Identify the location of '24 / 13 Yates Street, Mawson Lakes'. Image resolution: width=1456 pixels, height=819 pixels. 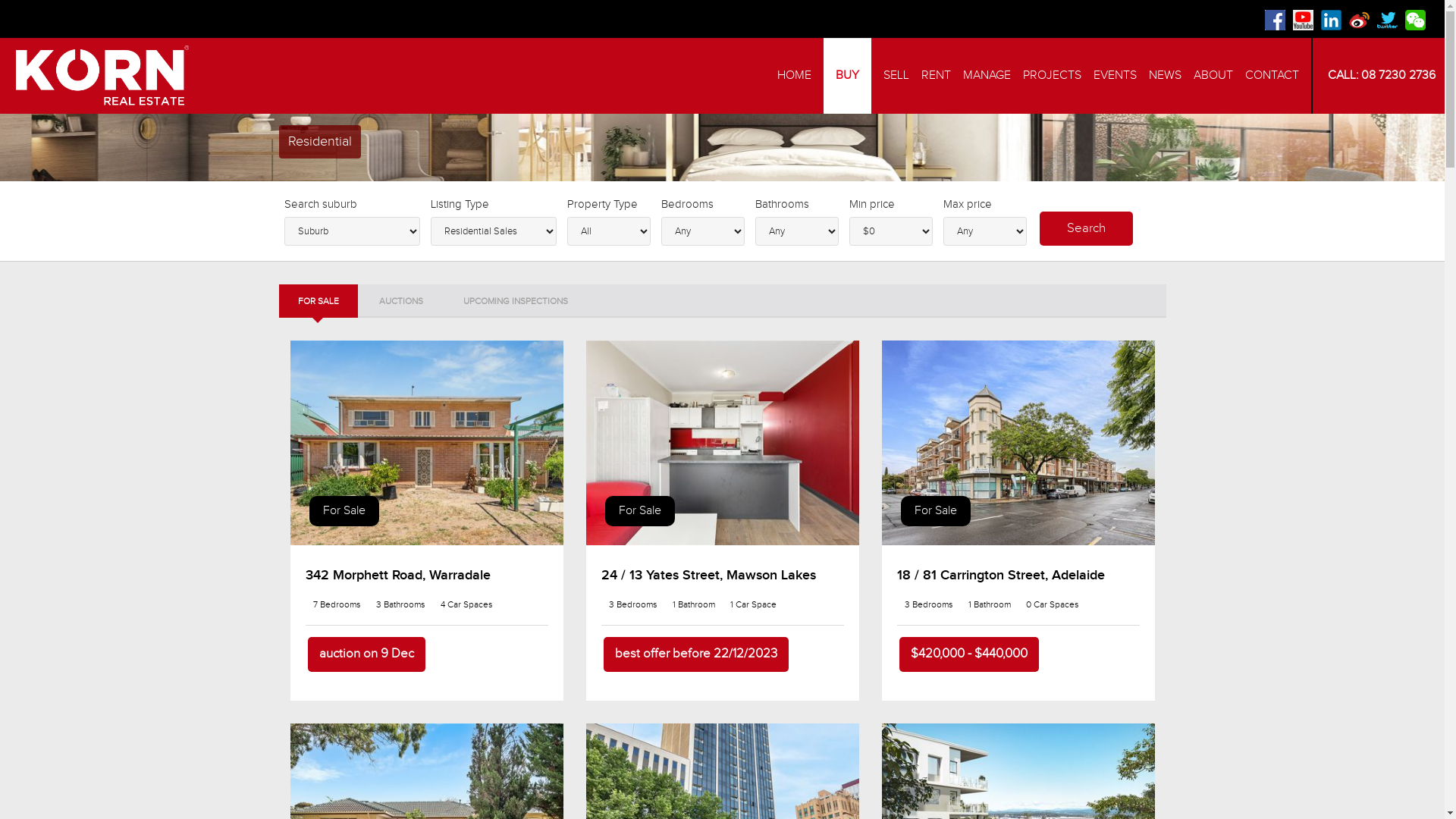
(707, 575).